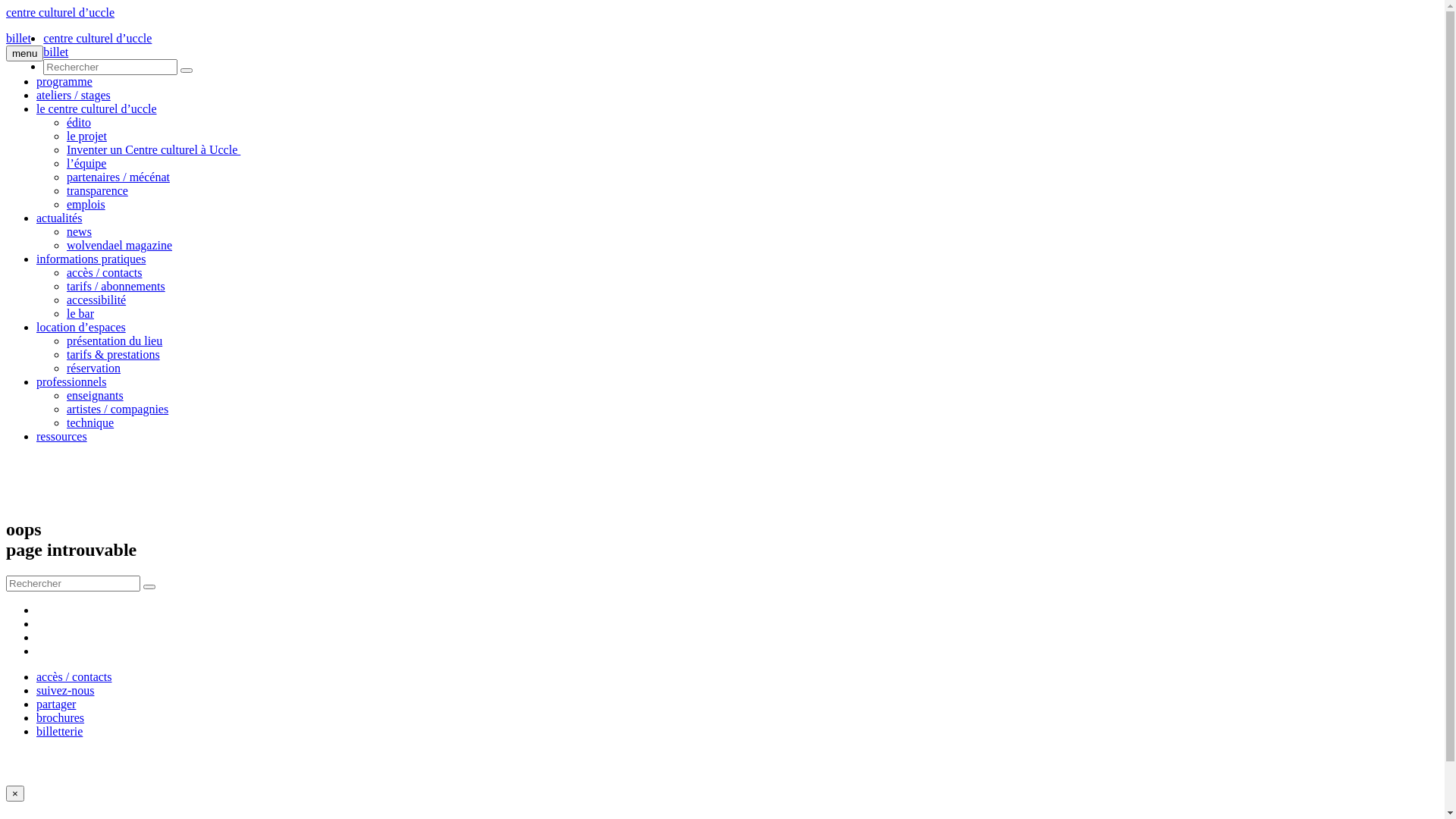  Describe the element at coordinates (60, 717) in the screenshot. I see `'brochures'` at that location.